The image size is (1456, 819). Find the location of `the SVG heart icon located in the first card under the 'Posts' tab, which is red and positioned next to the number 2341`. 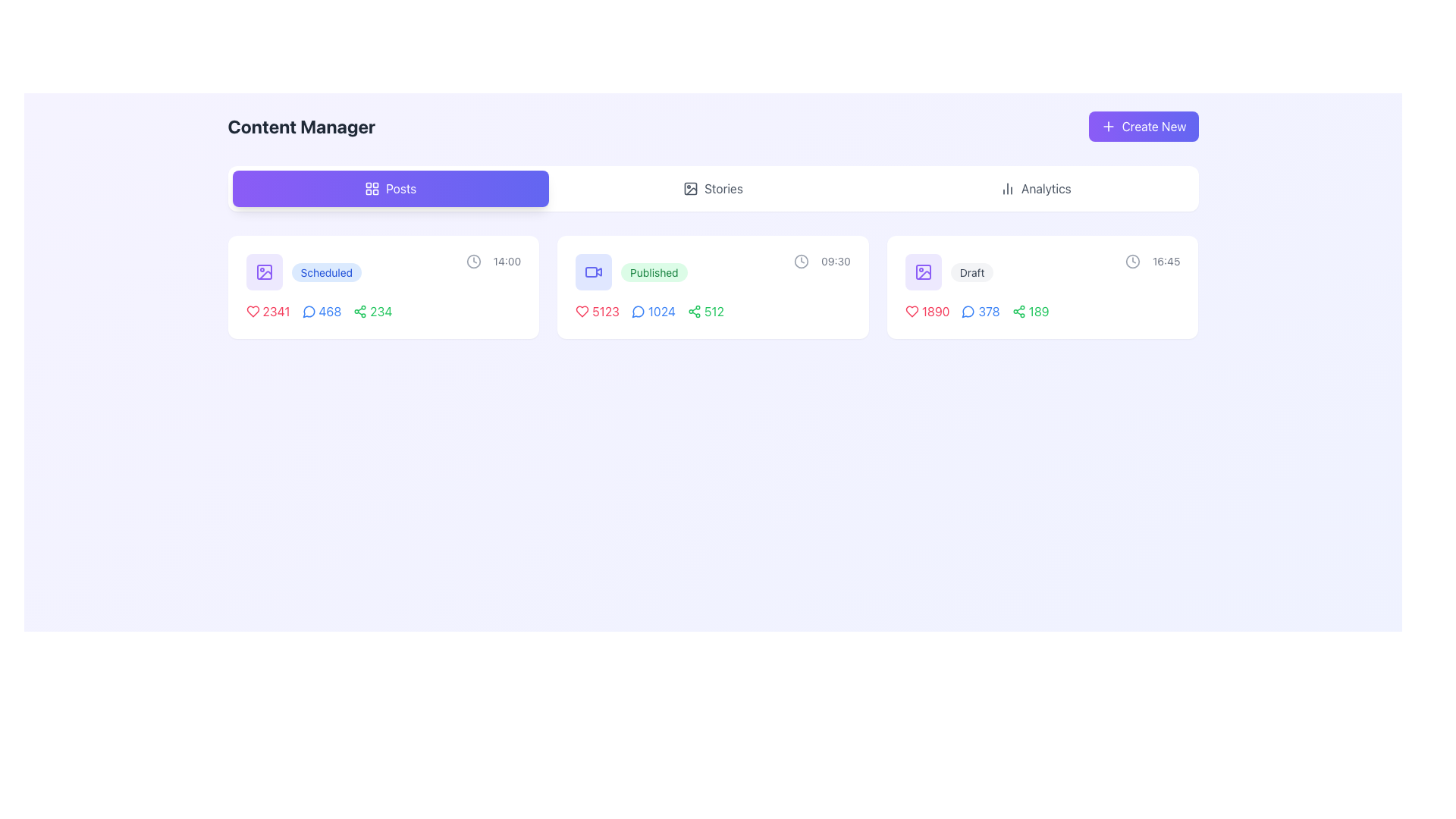

the SVG heart icon located in the first card under the 'Posts' tab, which is red and positioned next to the number 2341 is located at coordinates (253, 311).